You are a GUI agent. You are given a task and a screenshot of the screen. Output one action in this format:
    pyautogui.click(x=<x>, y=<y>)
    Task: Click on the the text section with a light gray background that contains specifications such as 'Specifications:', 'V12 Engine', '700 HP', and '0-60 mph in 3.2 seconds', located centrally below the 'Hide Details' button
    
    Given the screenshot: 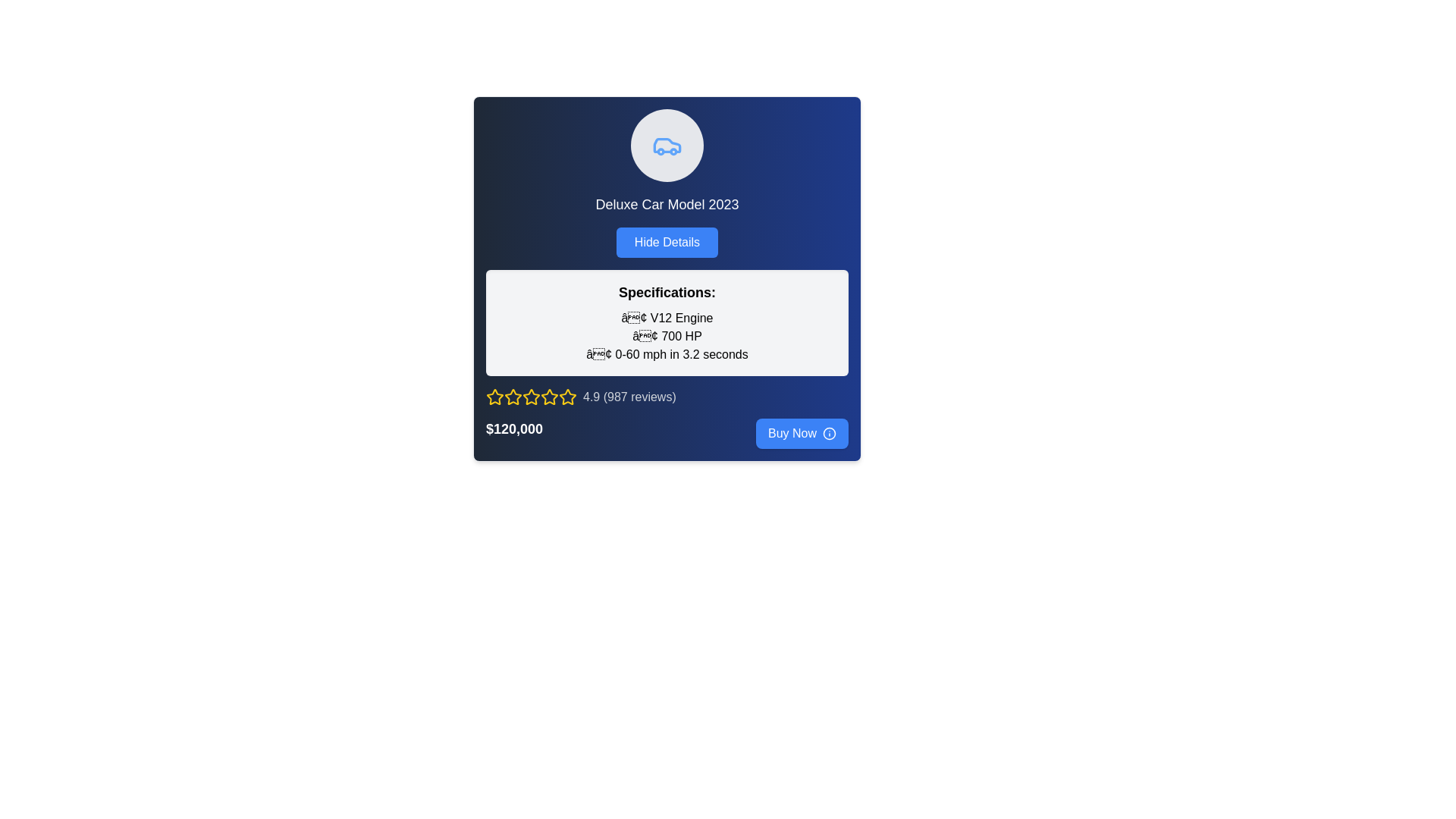 What is the action you would take?
    pyautogui.click(x=667, y=322)
    